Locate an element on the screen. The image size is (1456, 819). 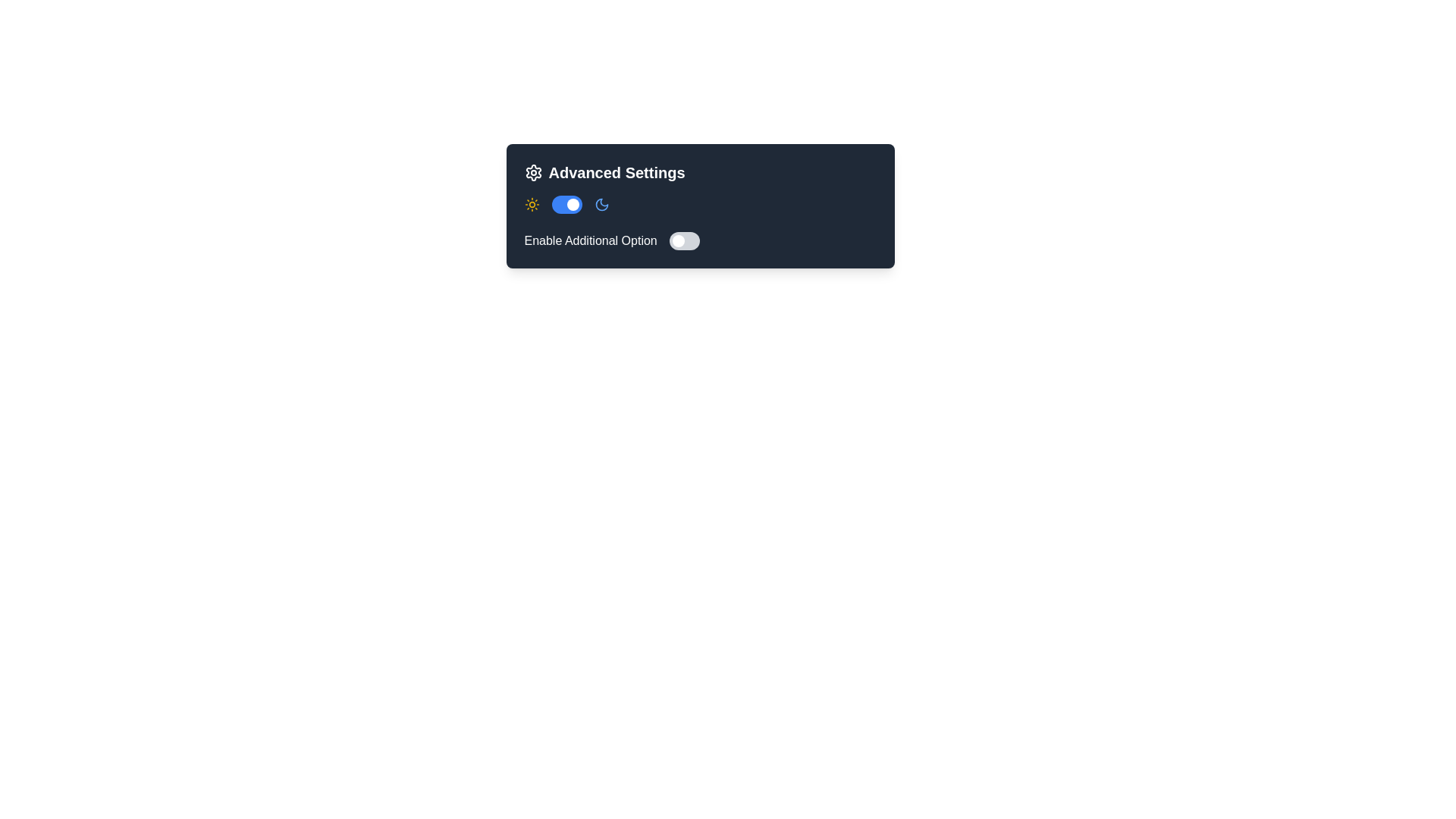
the text label displaying 'Enable Additional Option' in the 'Advanced Settings' section, located to the left of a toggle switch is located at coordinates (590, 240).